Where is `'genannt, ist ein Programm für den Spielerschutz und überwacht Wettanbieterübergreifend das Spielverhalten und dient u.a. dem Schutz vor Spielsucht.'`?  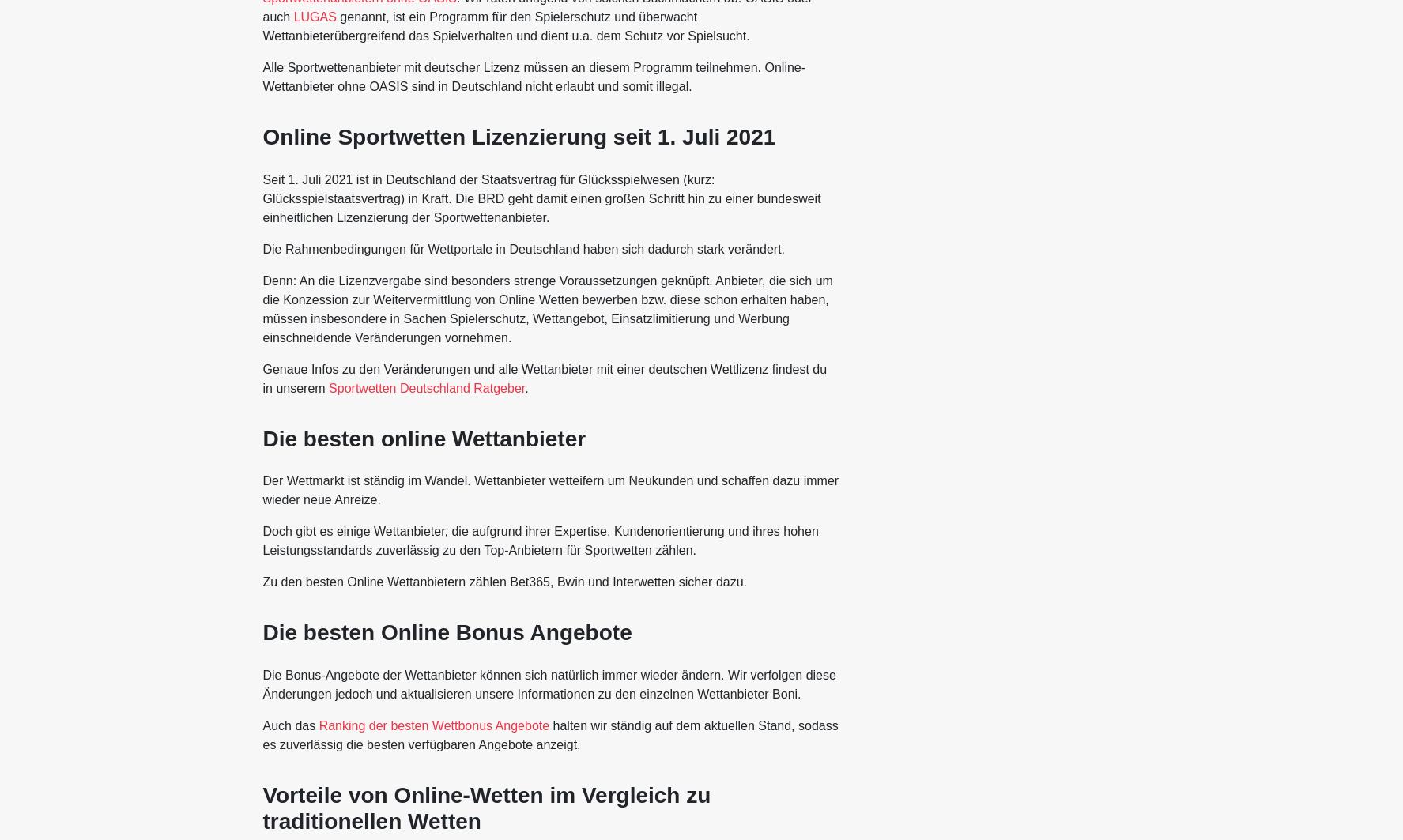 'genannt, ist ein Programm für den Spielerschutz und überwacht Wettanbieterübergreifend das Spielverhalten und dient u.a. dem Schutz vor Spielsucht.' is located at coordinates (506, 25).